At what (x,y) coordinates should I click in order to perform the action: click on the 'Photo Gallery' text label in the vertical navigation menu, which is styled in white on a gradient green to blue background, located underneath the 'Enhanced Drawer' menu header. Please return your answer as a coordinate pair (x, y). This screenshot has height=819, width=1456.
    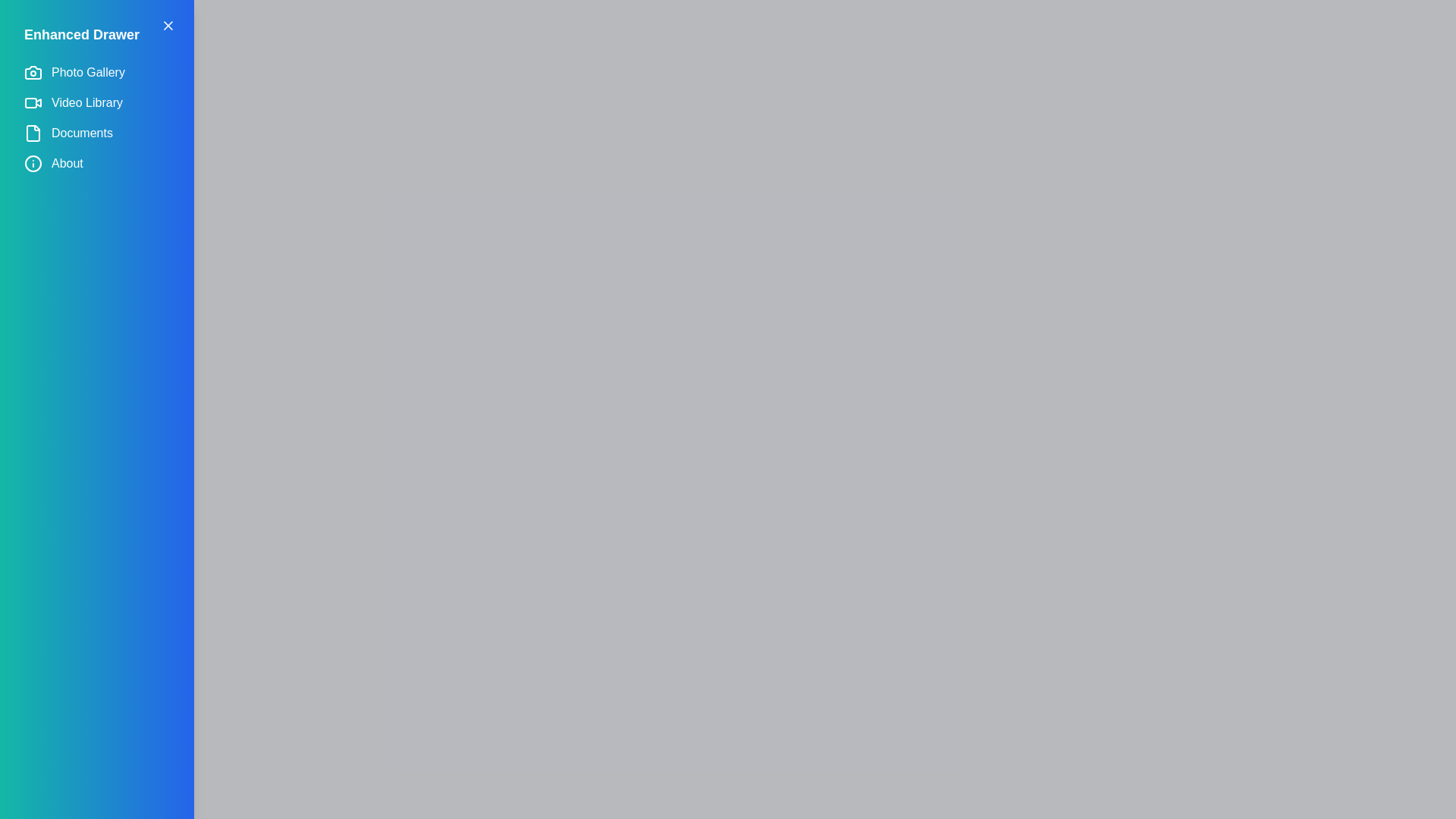
    Looking at the image, I should click on (87, 73).